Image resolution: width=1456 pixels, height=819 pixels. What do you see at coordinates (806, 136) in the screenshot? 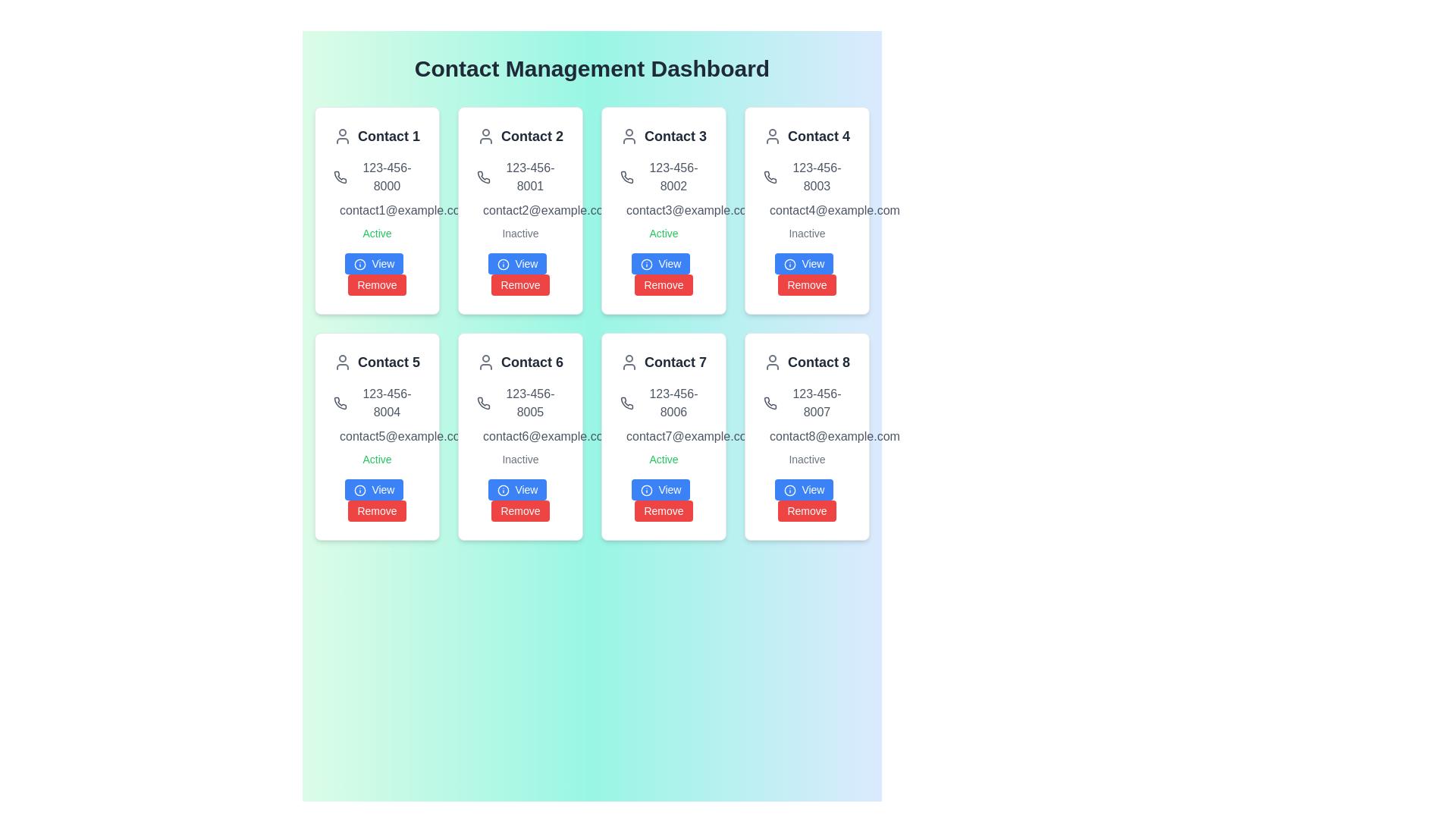
I see `the text display reading 'Contact 4', which is bold and dark-colored, located at the top of the fourth card in the grid layout` at bounding box center [806, 136].